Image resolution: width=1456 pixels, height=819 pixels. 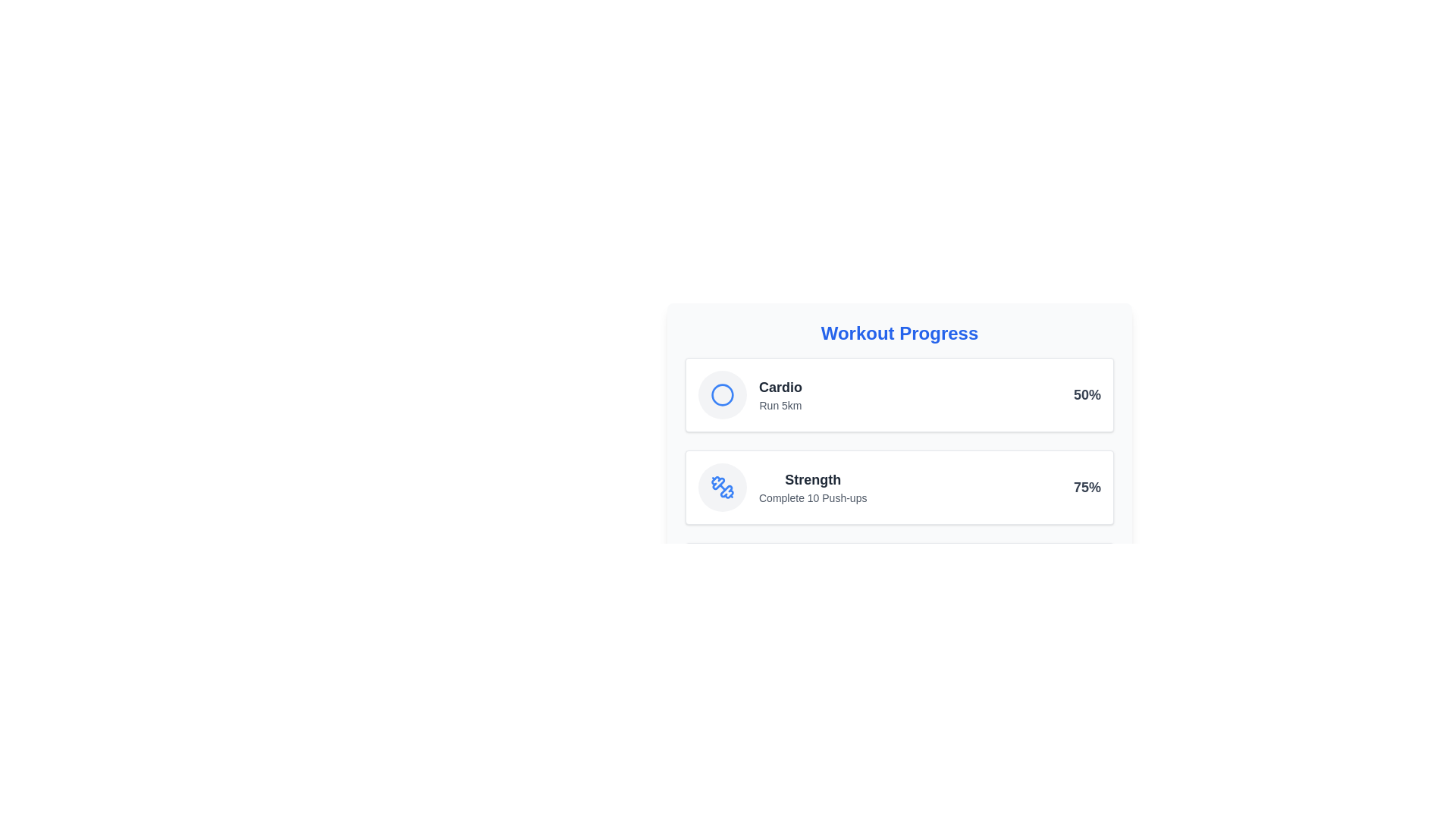 I want to click on the text label reading 'Complete 10 Push-ups', which is a smaller, gray-colored font located below the bolded text 'Strength' in the 'Workout Progress' section, so click(x=812, y=497).